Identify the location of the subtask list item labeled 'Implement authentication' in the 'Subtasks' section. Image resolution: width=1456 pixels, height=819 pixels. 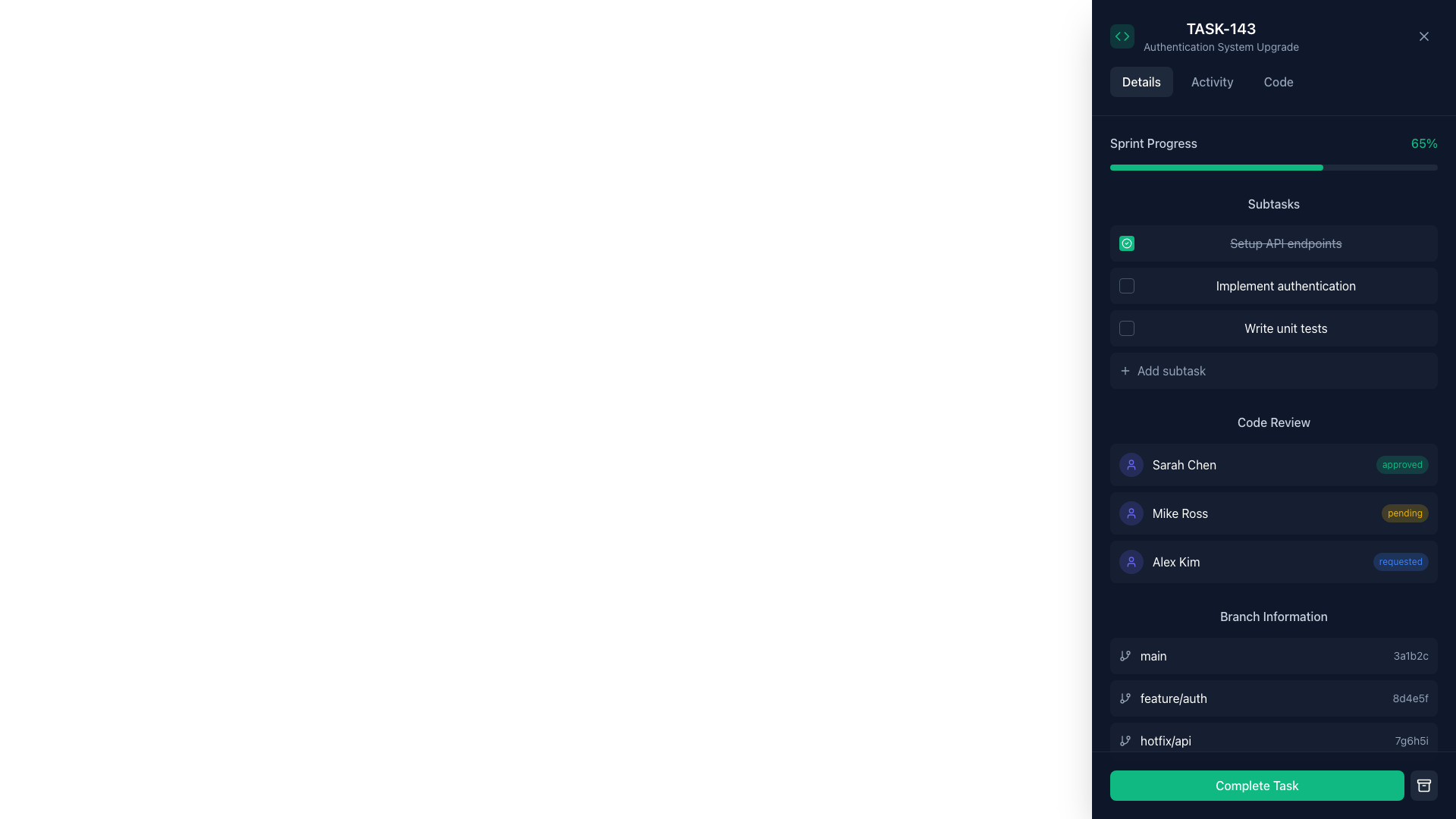
(1274, 292).